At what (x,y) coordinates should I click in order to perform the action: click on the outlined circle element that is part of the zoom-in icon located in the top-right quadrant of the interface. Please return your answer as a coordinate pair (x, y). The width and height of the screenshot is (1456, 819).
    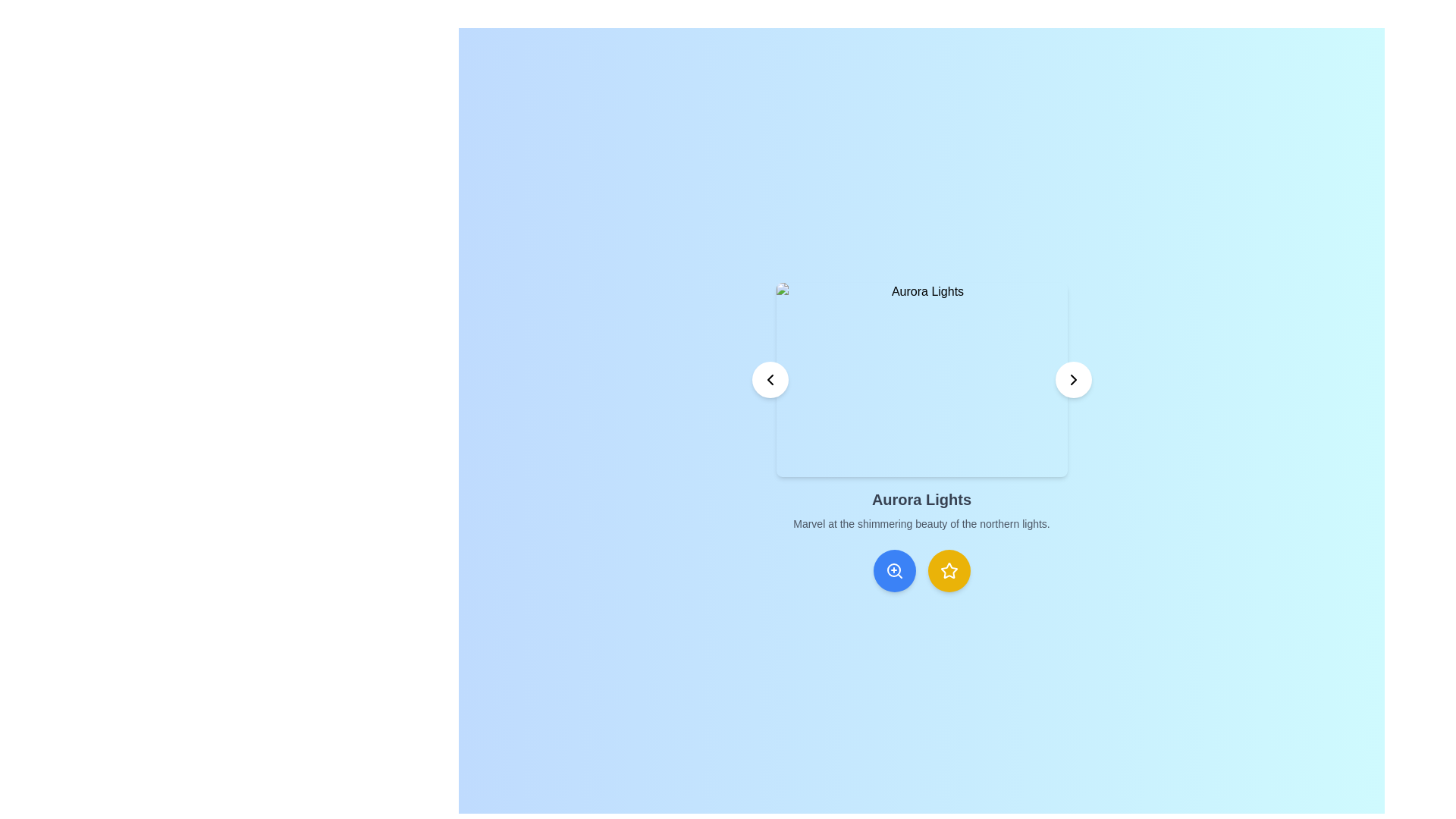
    Looking at the image, I should click on (893, 570).